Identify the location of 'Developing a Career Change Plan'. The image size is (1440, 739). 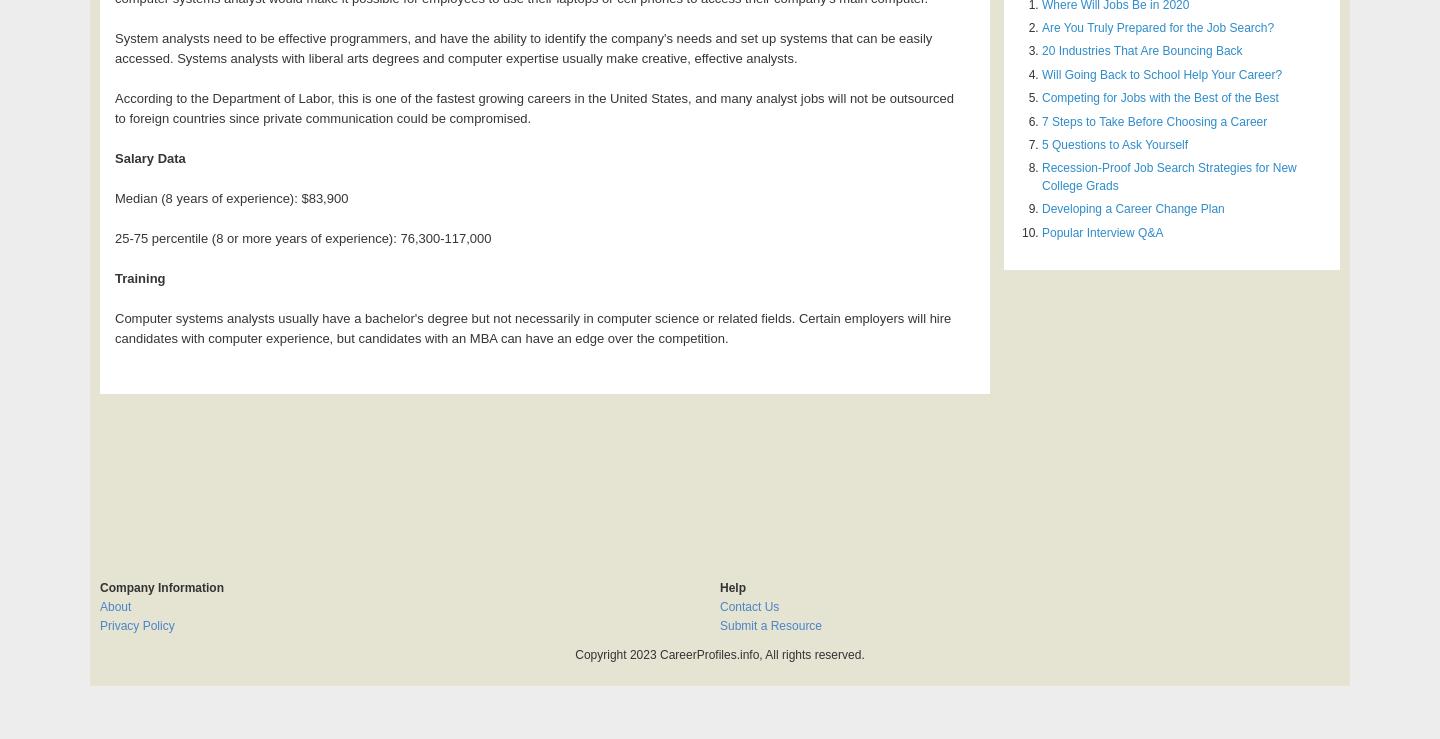
(1131, 207).